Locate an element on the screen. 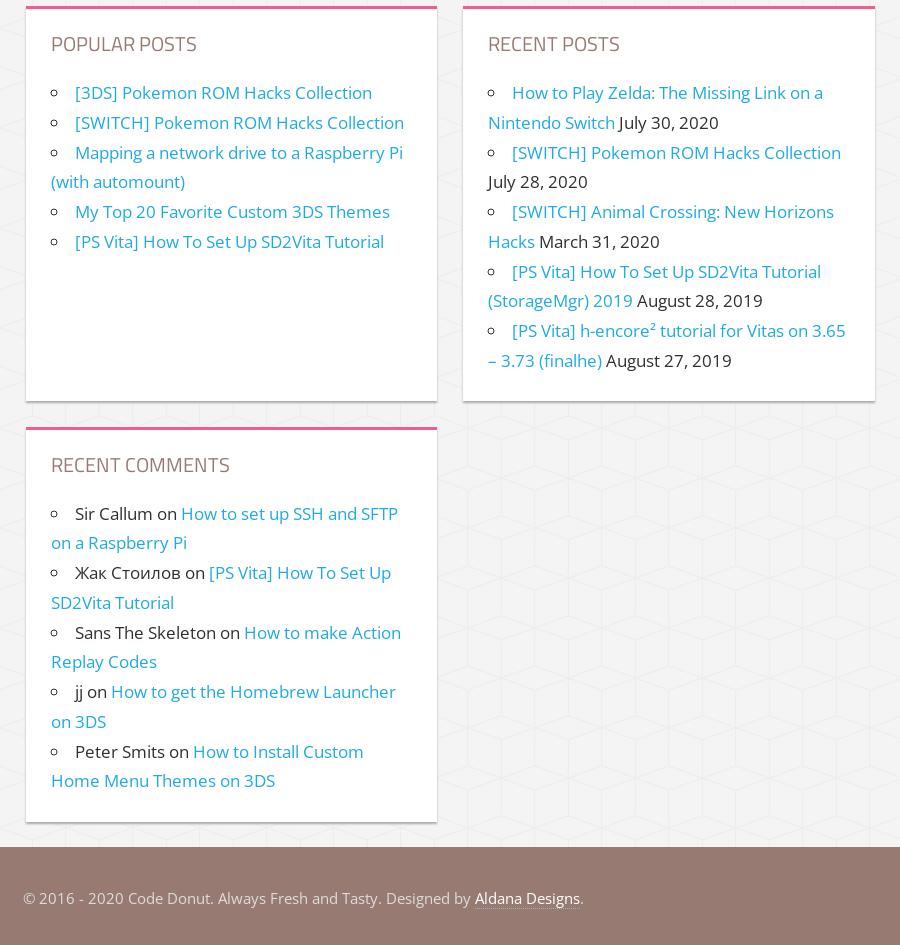 The width and height of the screenshot is (900, 945). 'July 30, 2020' is located at coordinates (668, 120).